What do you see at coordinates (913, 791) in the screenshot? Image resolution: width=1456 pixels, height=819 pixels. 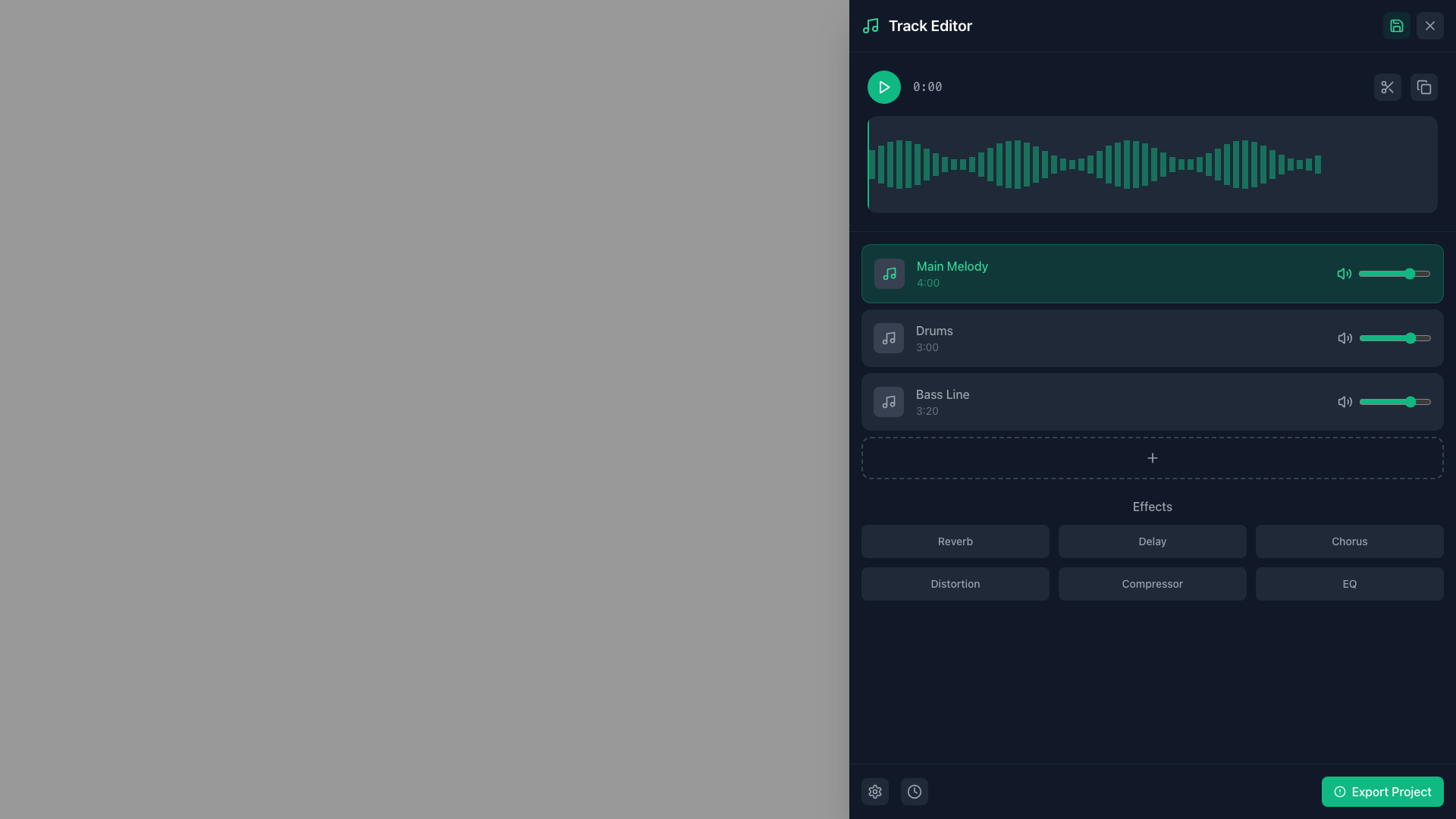 I see `the rounded square button with a dark gray background and a clock icon in the center` at bounding box center [913, 791].